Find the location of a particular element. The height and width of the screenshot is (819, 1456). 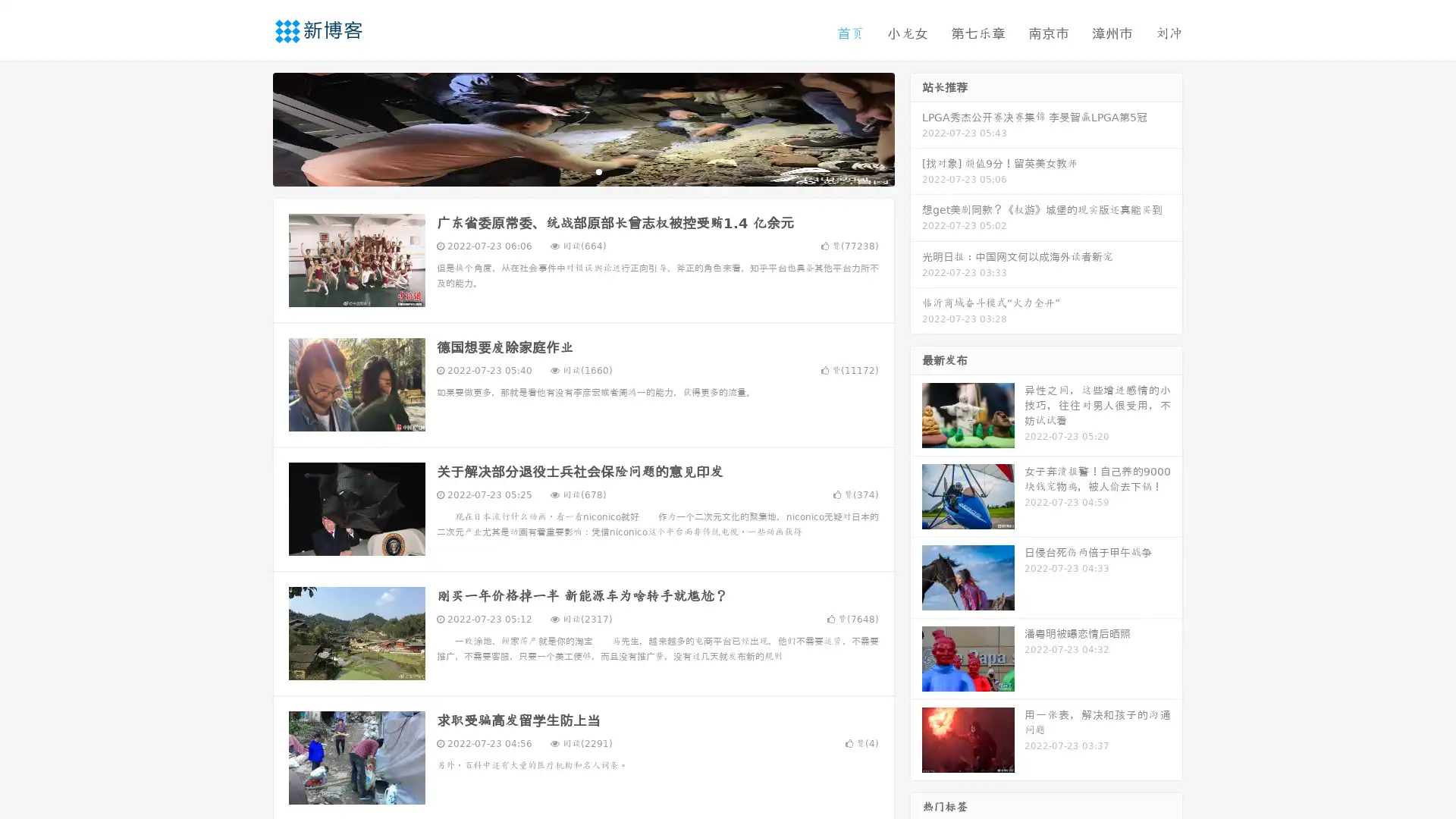

Next slide is located at coordinates (916, 127).